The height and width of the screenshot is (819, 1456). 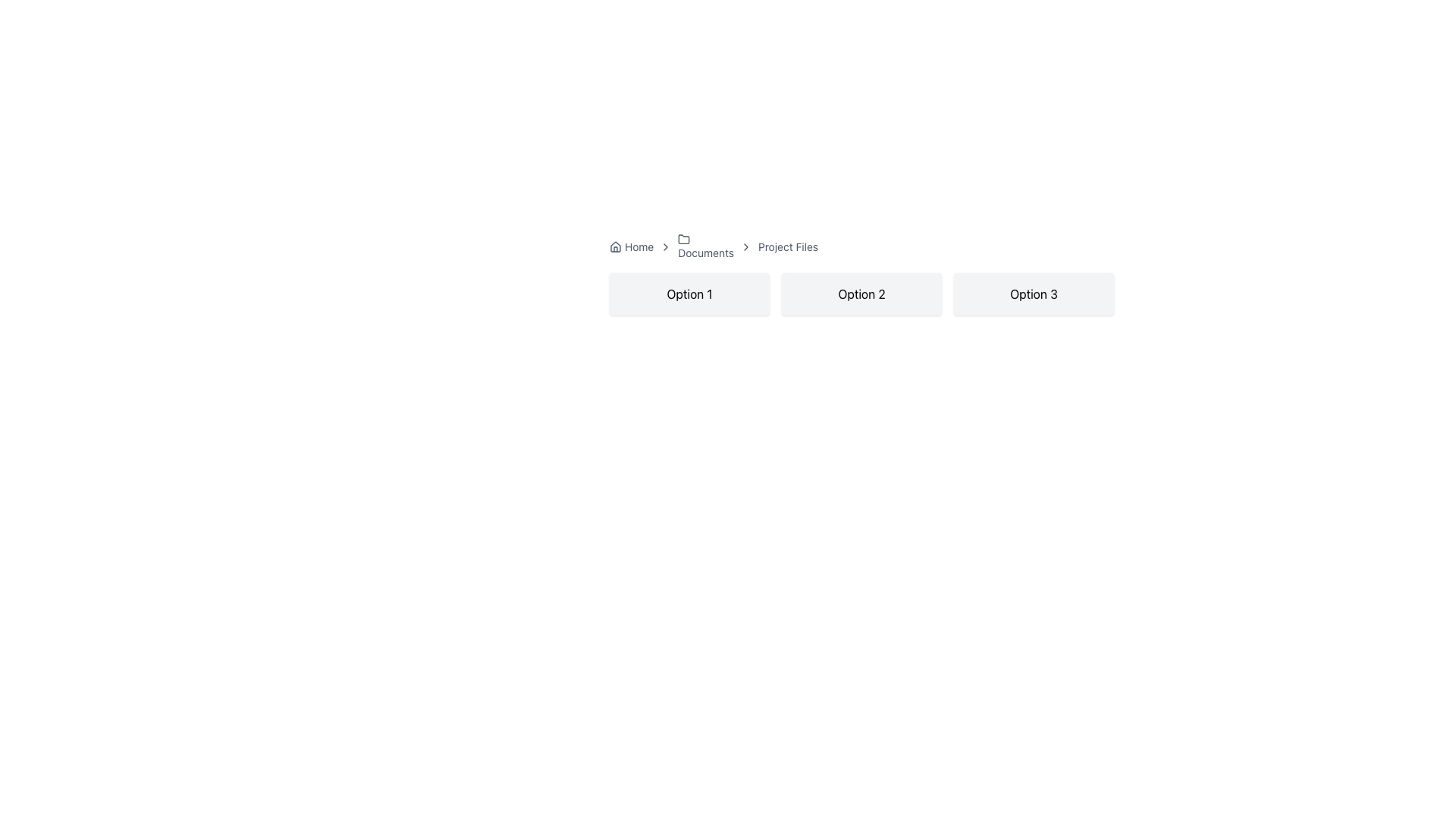 I want to click on the 'Home' icon located in the breadcrumb navigation bar, positioned on the far left, adjacent to 'Documents' and 'Project Files', so click(x=615, y=246).